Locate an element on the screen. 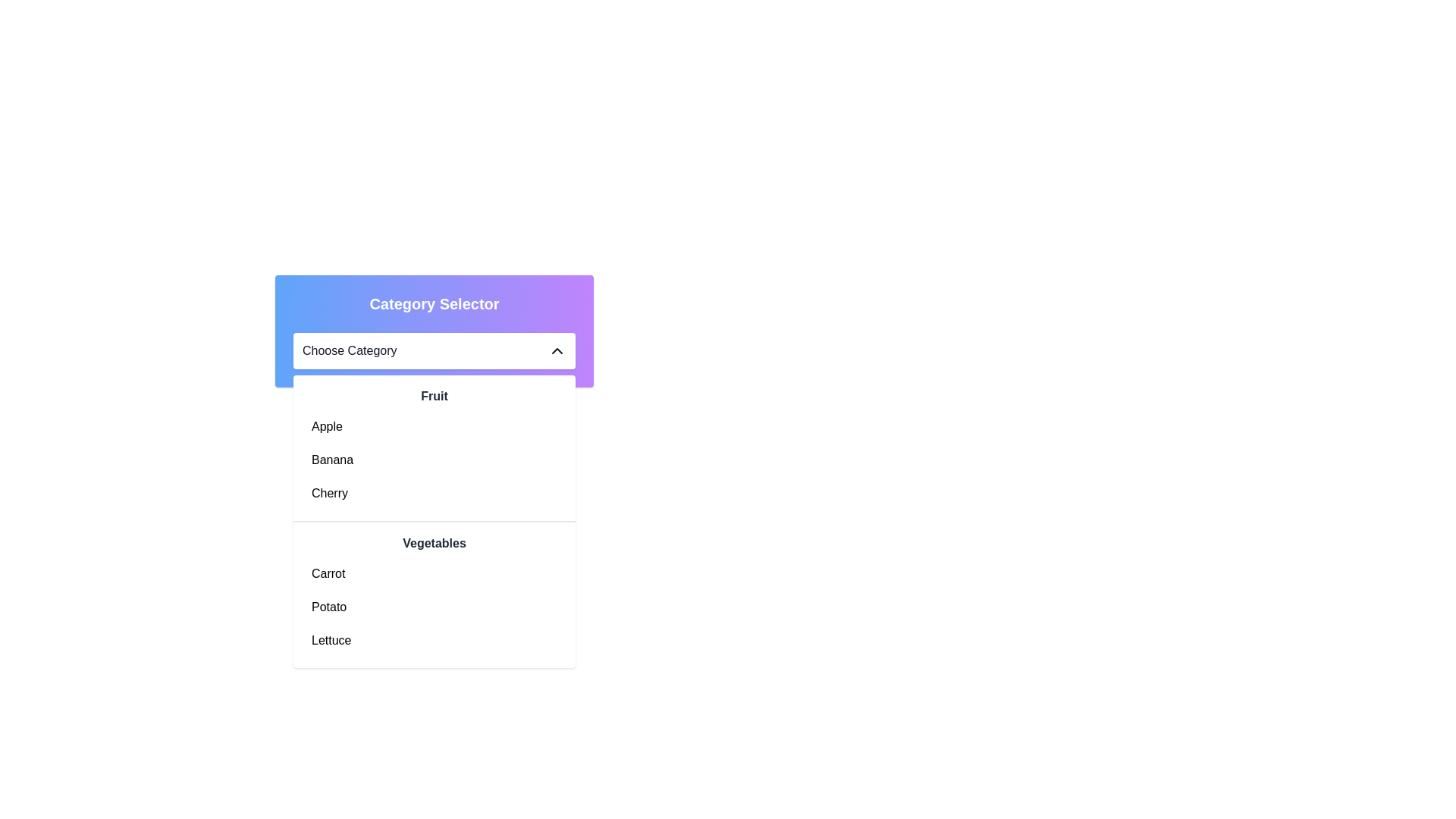 This screenshot has width=1456, height=819. to select the 'Lettuce' item from the vertical list labeled 'Vegetables', positioned third after 'Carrot' and 'Potato' is located at coordinates (433, 640).